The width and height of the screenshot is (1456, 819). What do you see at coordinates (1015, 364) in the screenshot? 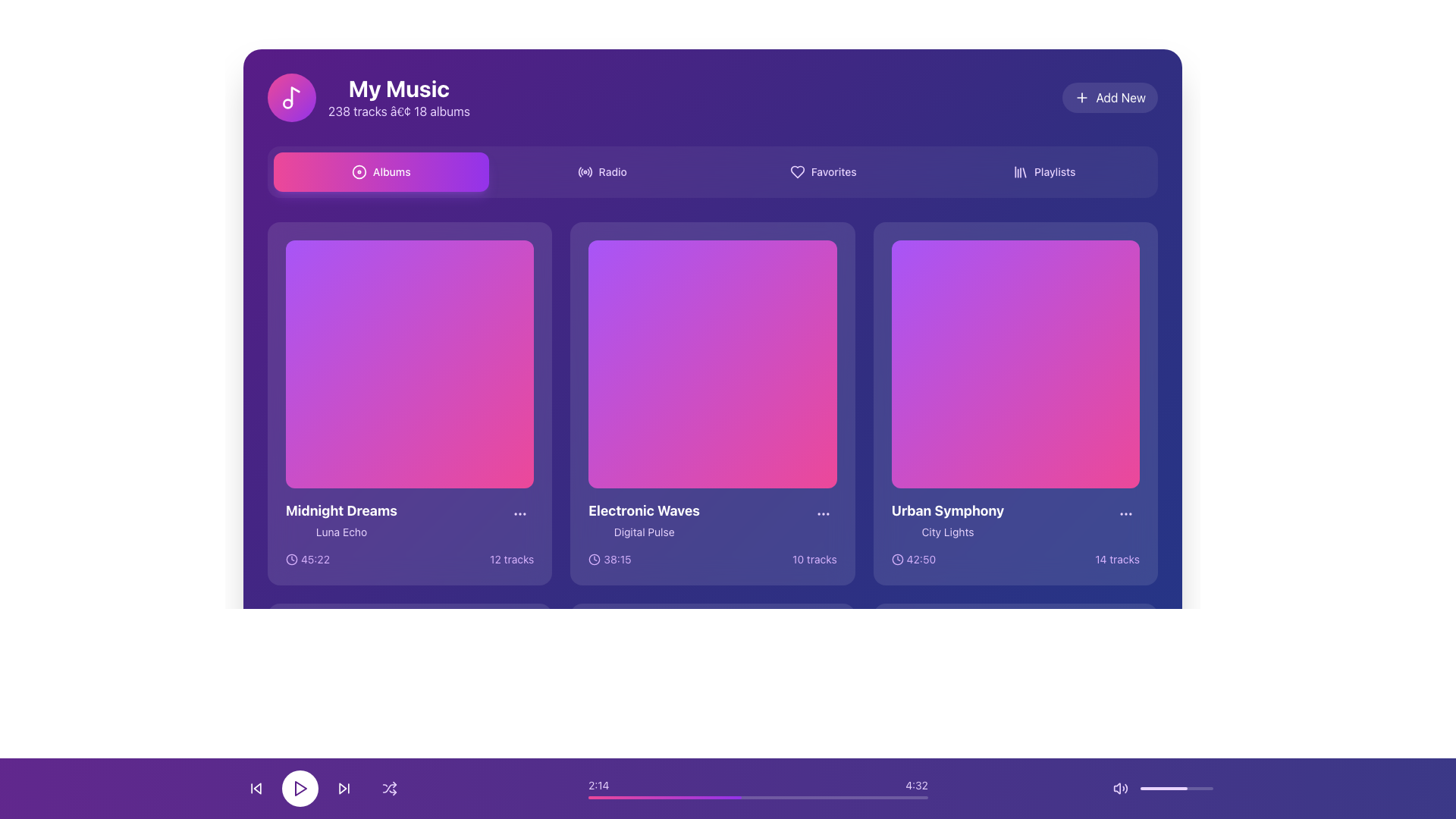
I see `the square block with a gradient background that transitions from purple to pink, which is the visual centerpiece of the card labeled 'Urban Symphony\nCity Lights' located in the third column` at bounding box center [1015, 364].